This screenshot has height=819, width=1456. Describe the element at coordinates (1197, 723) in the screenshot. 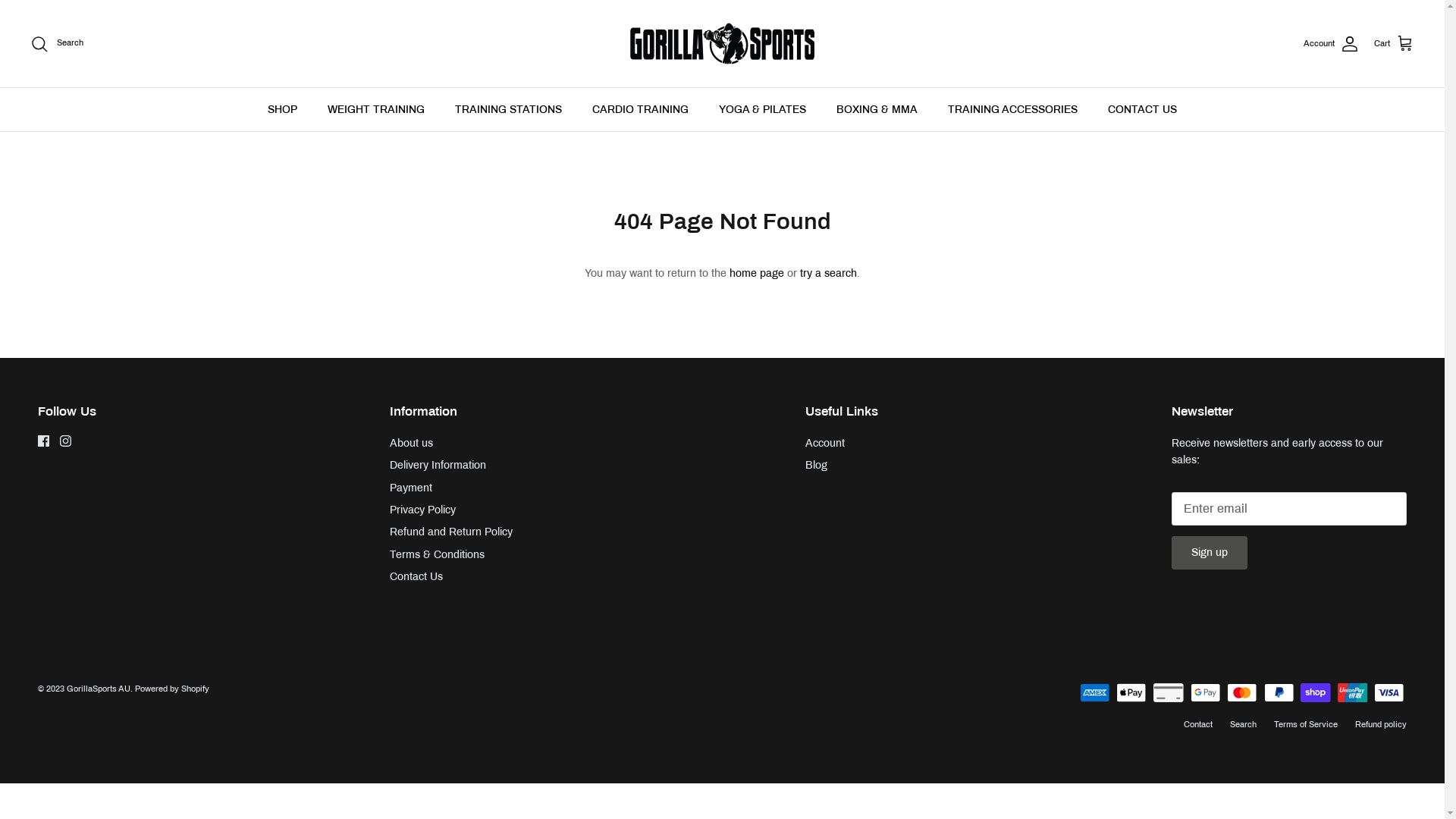

I see `'Contact'` at that location.